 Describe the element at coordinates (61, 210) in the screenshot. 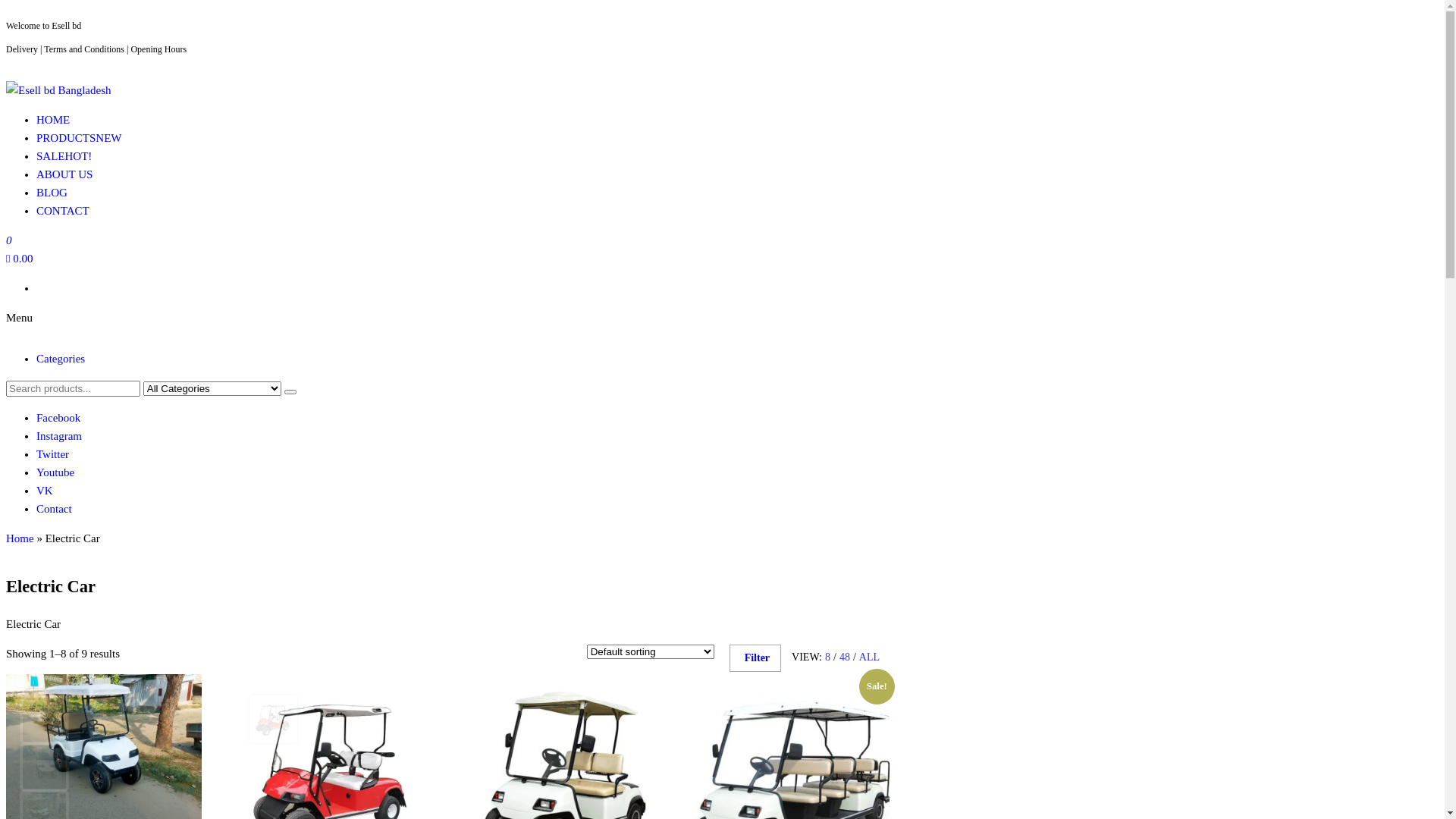

I see `'CONTACT'` at that location.